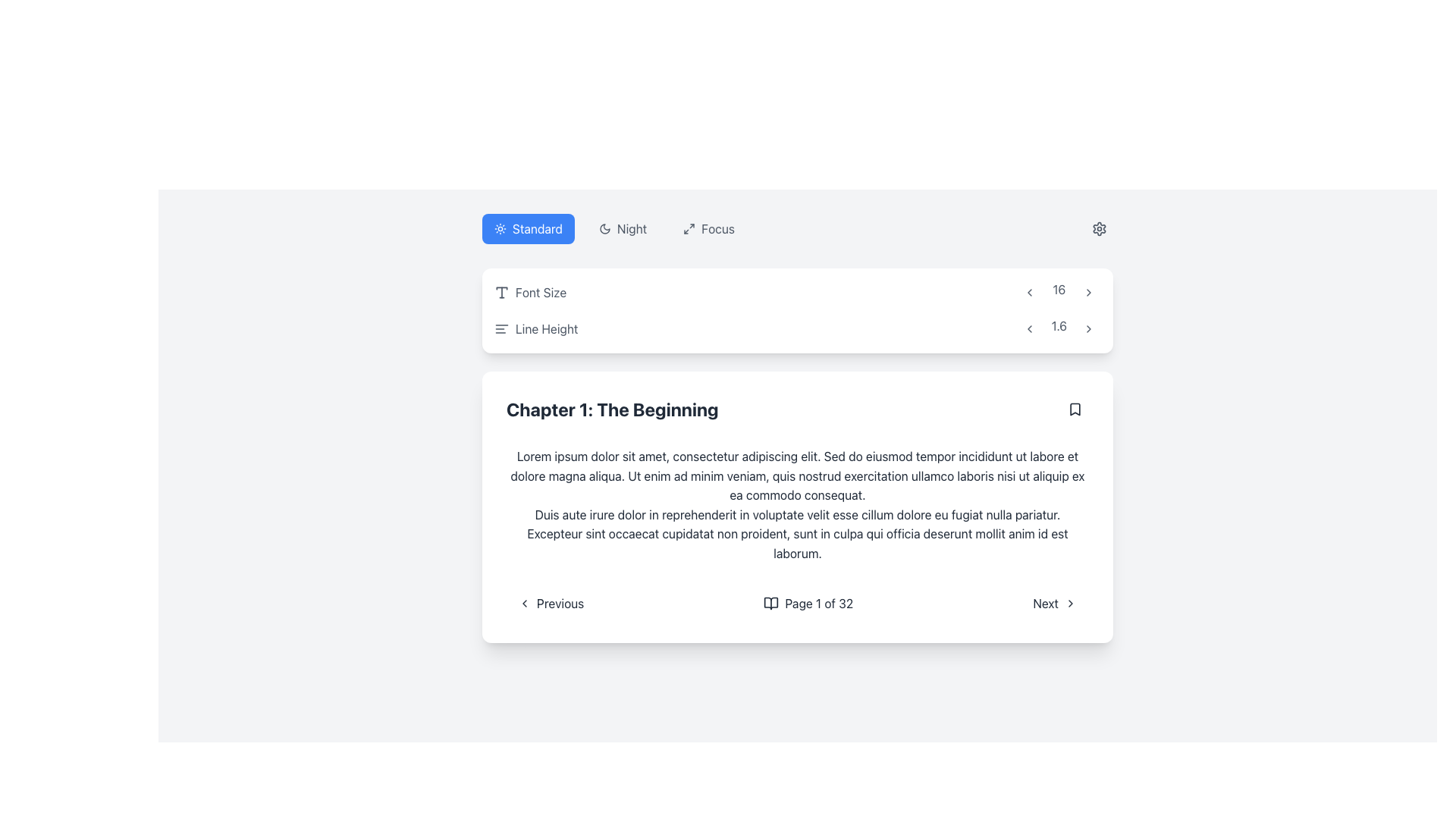 This screenshot has height=819, width=1456. Describe the element at coordinates (1029, 328) in the screenshot. I see `the Icon button located in the upper-right portion of the interface, adjacent to the numeric text label ('1.6'), which indicates backward navigation` at that location.